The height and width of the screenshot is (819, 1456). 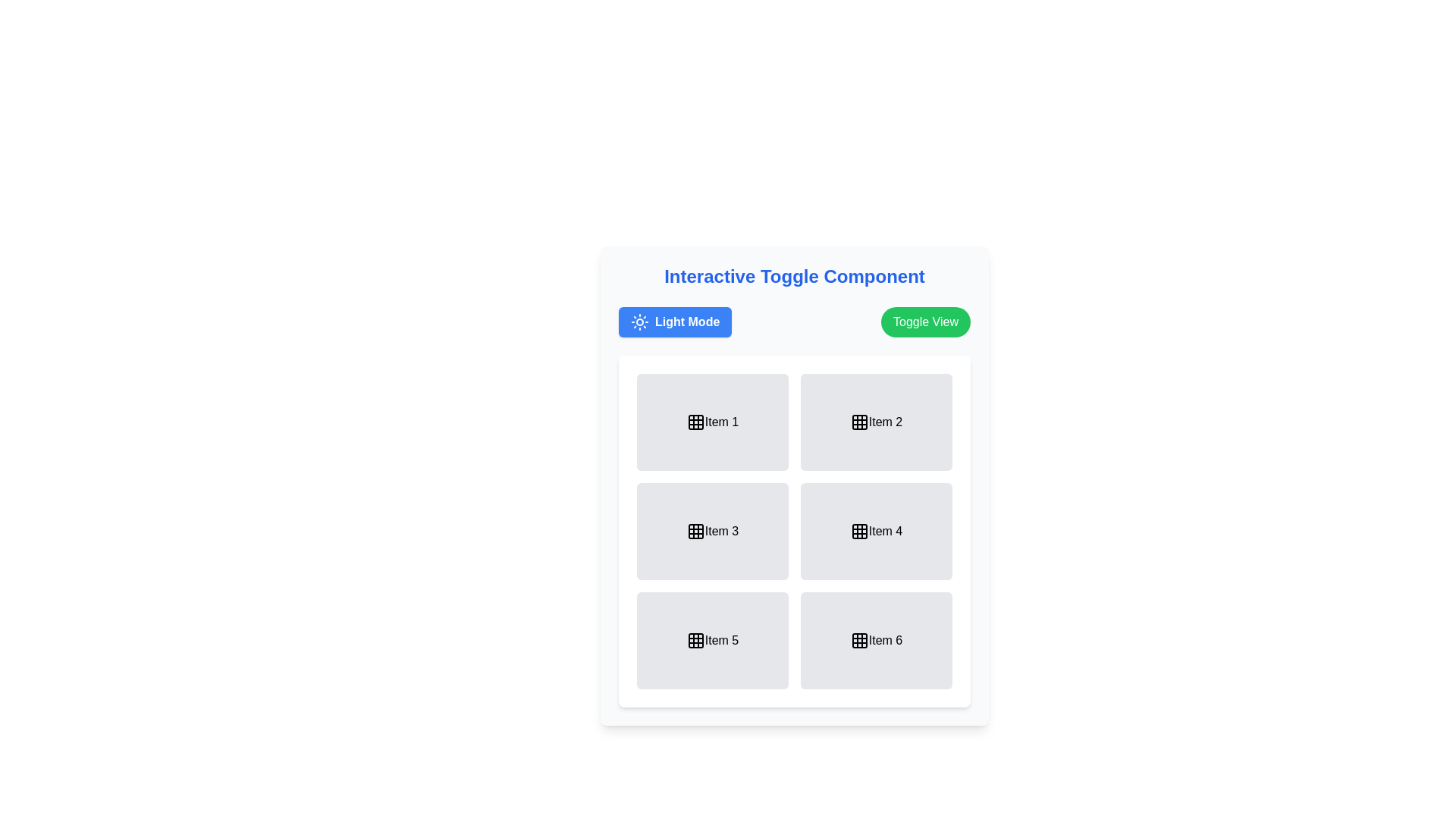 What do you see at coordinates (695, 640) in the screenshot?
I see `the grid icon labeled 'Item 5' located in the lower-left area of the grid layout` at bounding box center [695, 640].